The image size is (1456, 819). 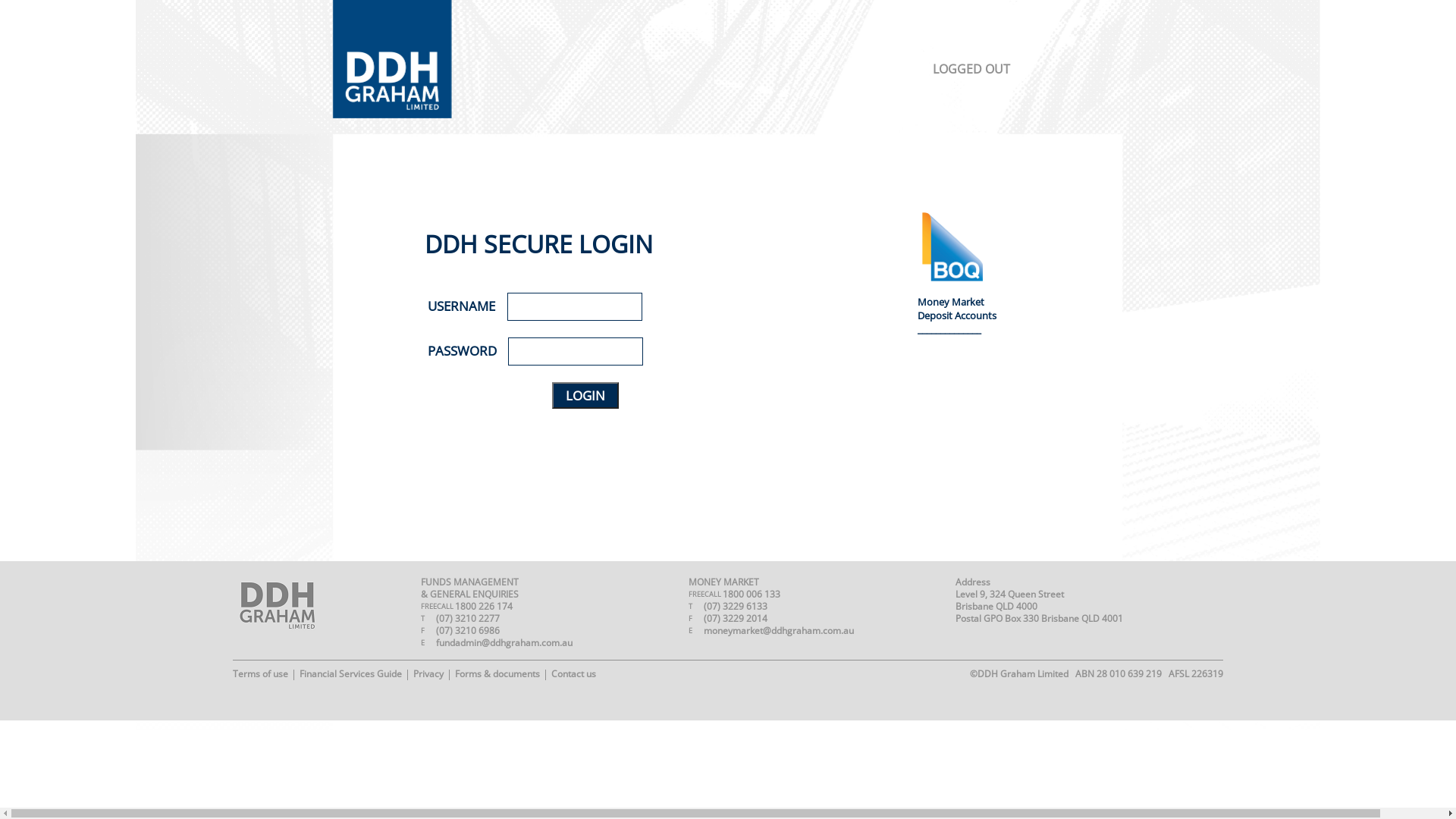 I want to click on '(07) 3229 2014', so click(x=735, y=619).